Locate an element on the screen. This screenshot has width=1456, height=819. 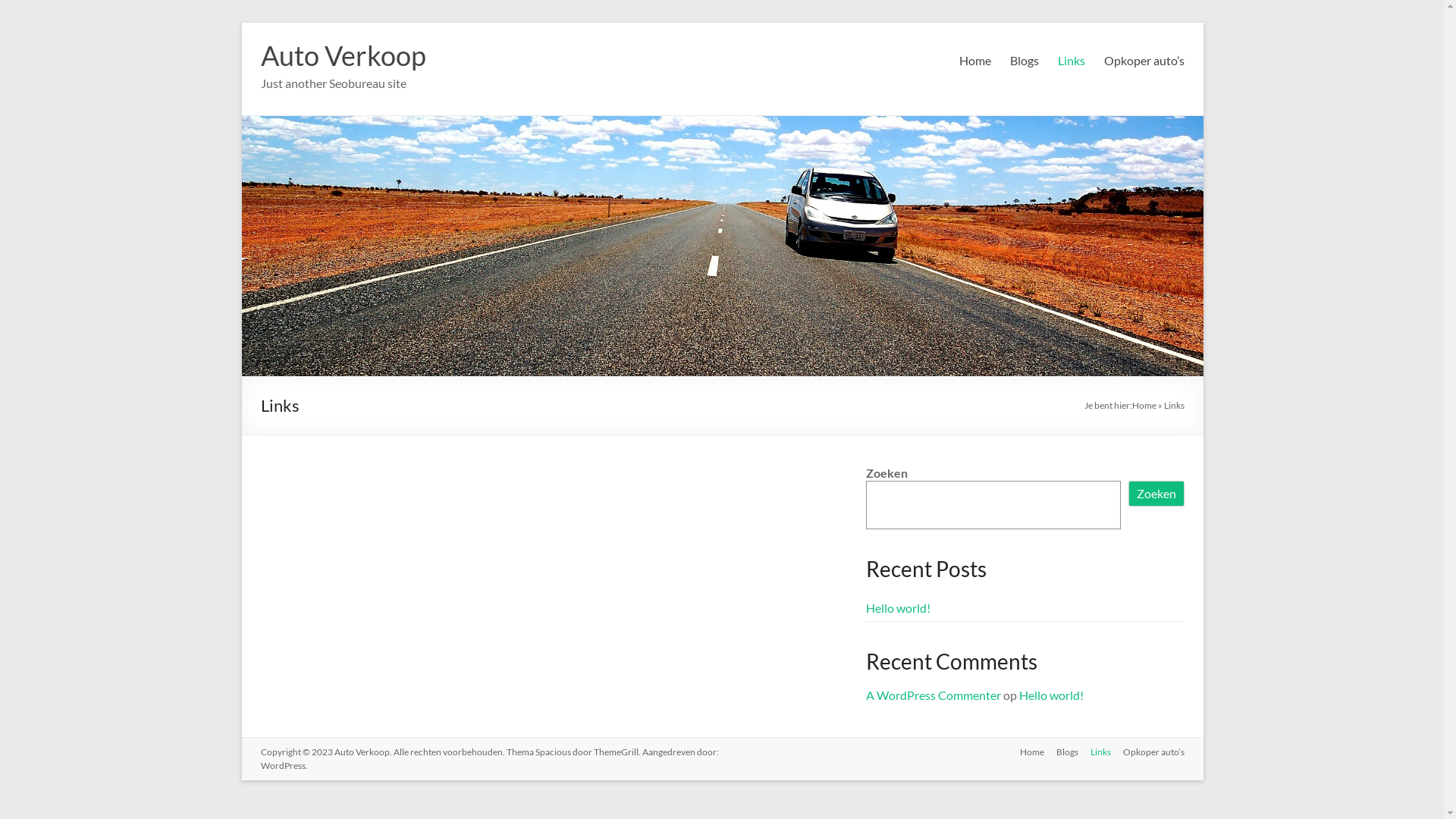
'Zoeken' is located at coordinates (1156, 494).